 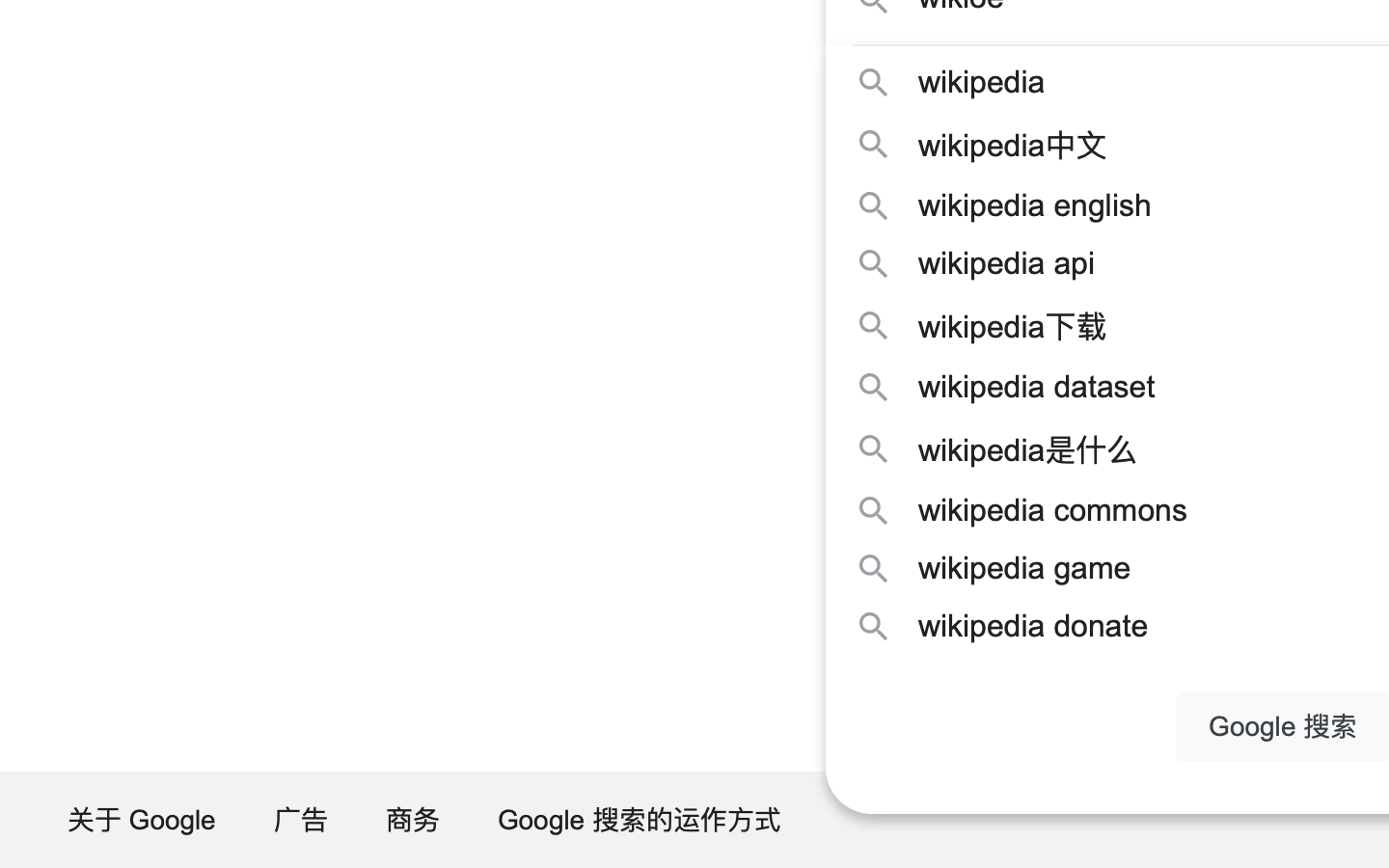 What do you see at coordinates (142, 819) in the screenshot?
I see `'关于 Google'` at bounding box center [142, 819].